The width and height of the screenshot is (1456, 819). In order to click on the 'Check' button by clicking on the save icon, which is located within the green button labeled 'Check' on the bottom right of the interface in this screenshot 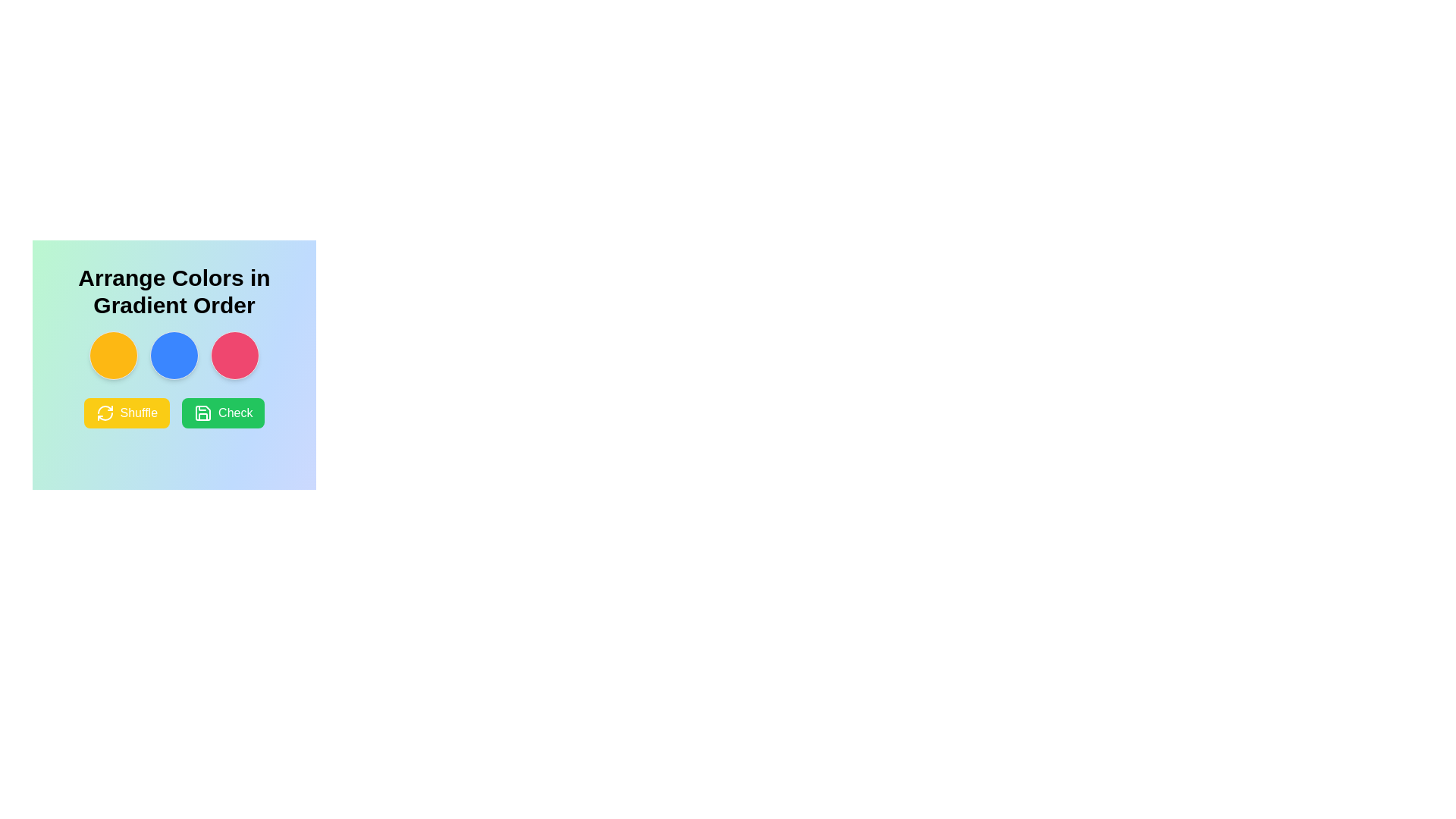, I will do `click(202, 413)`.